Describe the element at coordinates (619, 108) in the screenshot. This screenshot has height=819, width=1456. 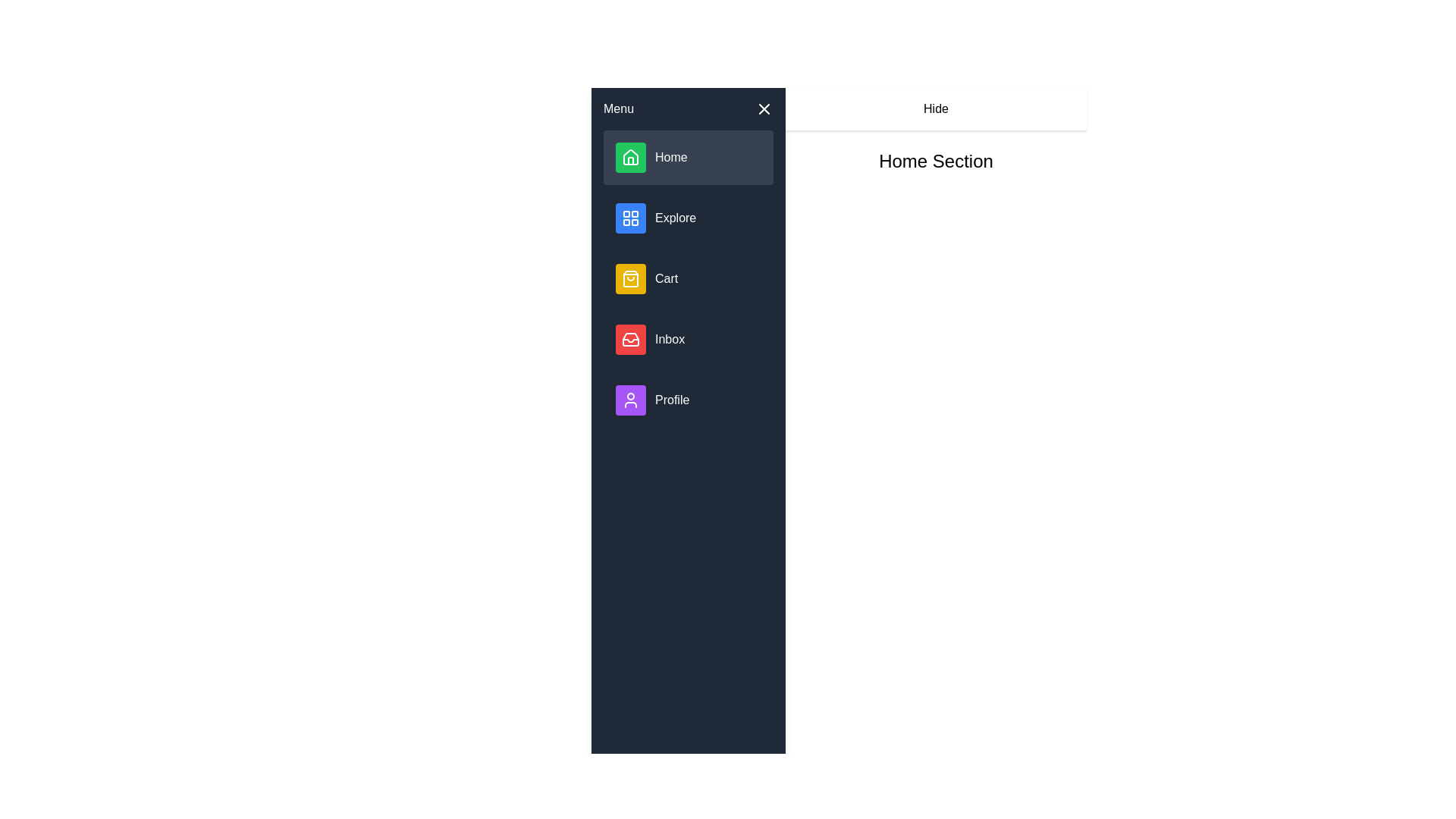
I see `the Text label in the top section of the navigation pane, which indicates the menu or navigation area for accessing various app functionalities` at that location.